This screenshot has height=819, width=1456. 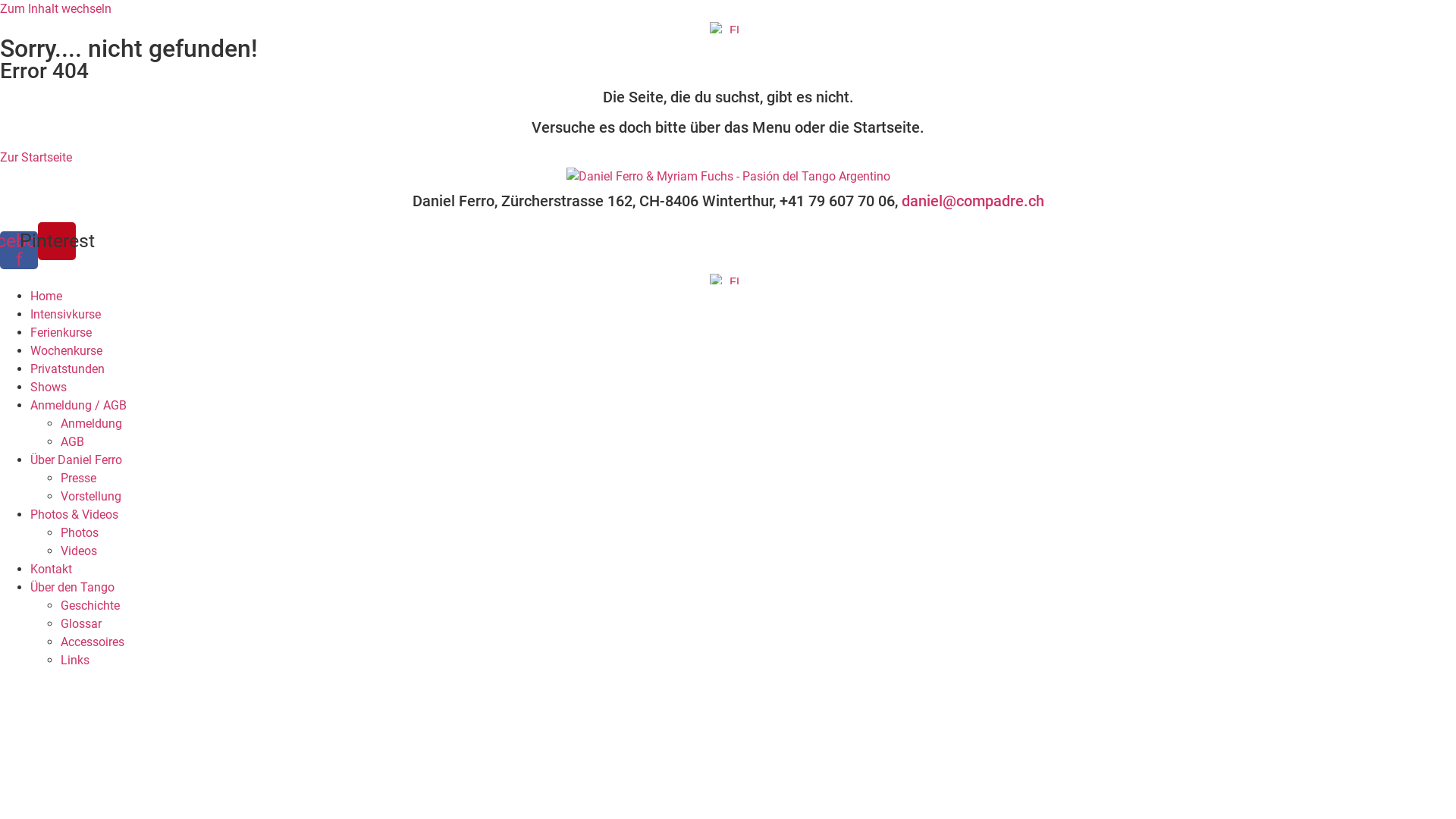 What do you see at coordinates (37, 240) in the screenshot?
I see `'Pinterest'` at bounding box center [37, 240].